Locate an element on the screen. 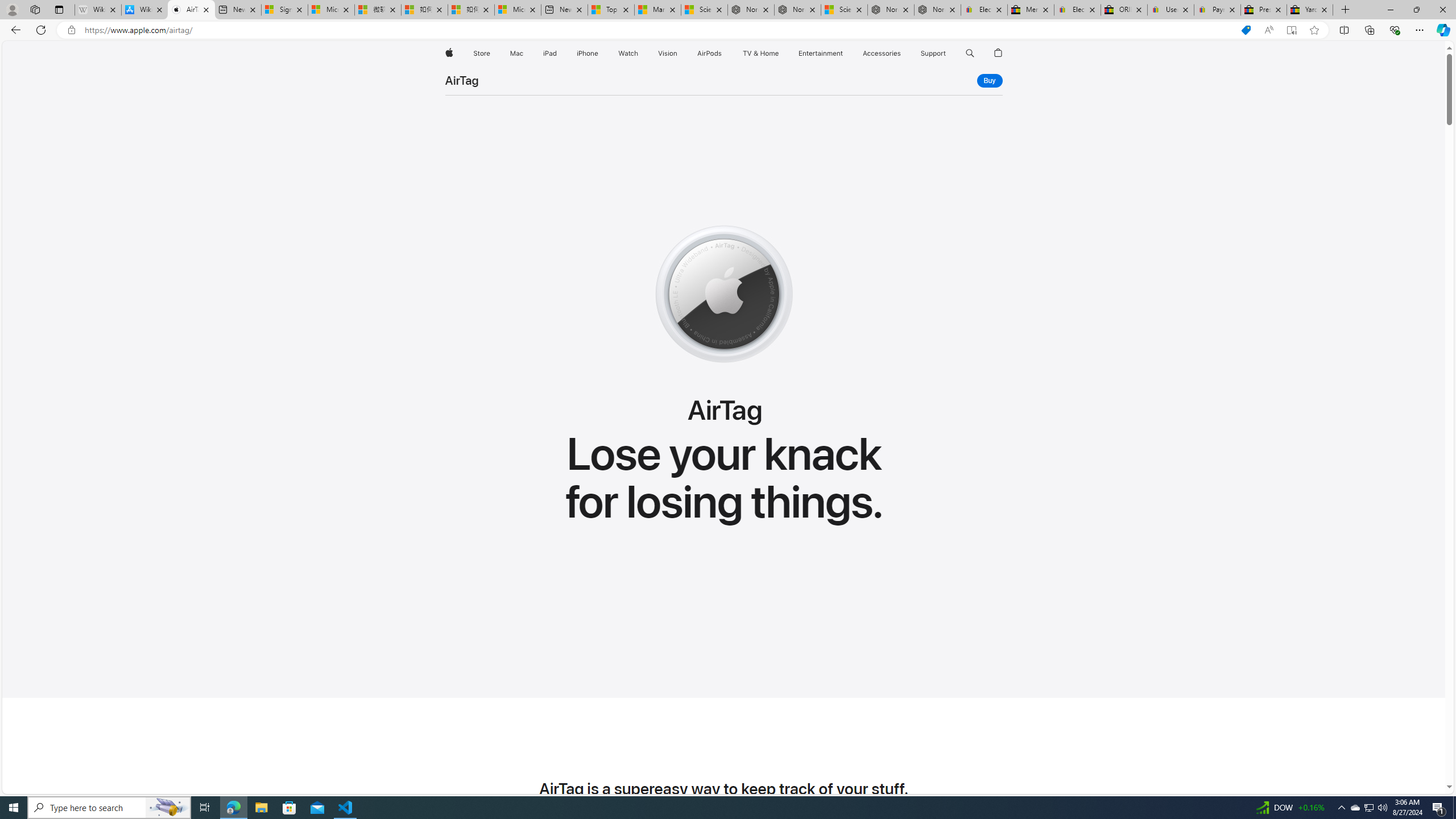  'Apple' is located at coordinates (448, 53).